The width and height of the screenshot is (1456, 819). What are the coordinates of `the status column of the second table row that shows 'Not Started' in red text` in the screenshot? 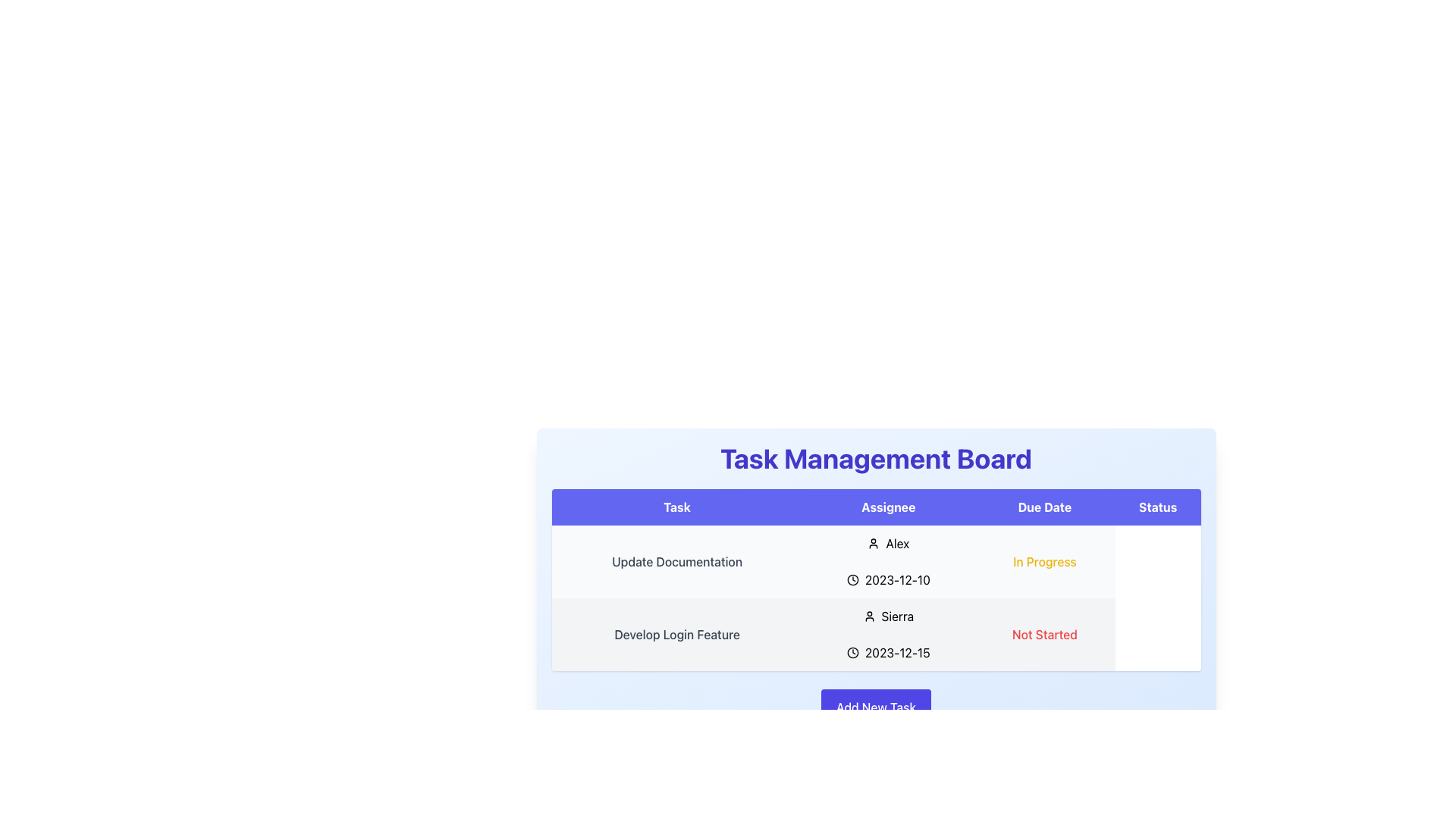 It's located at (876, 635).